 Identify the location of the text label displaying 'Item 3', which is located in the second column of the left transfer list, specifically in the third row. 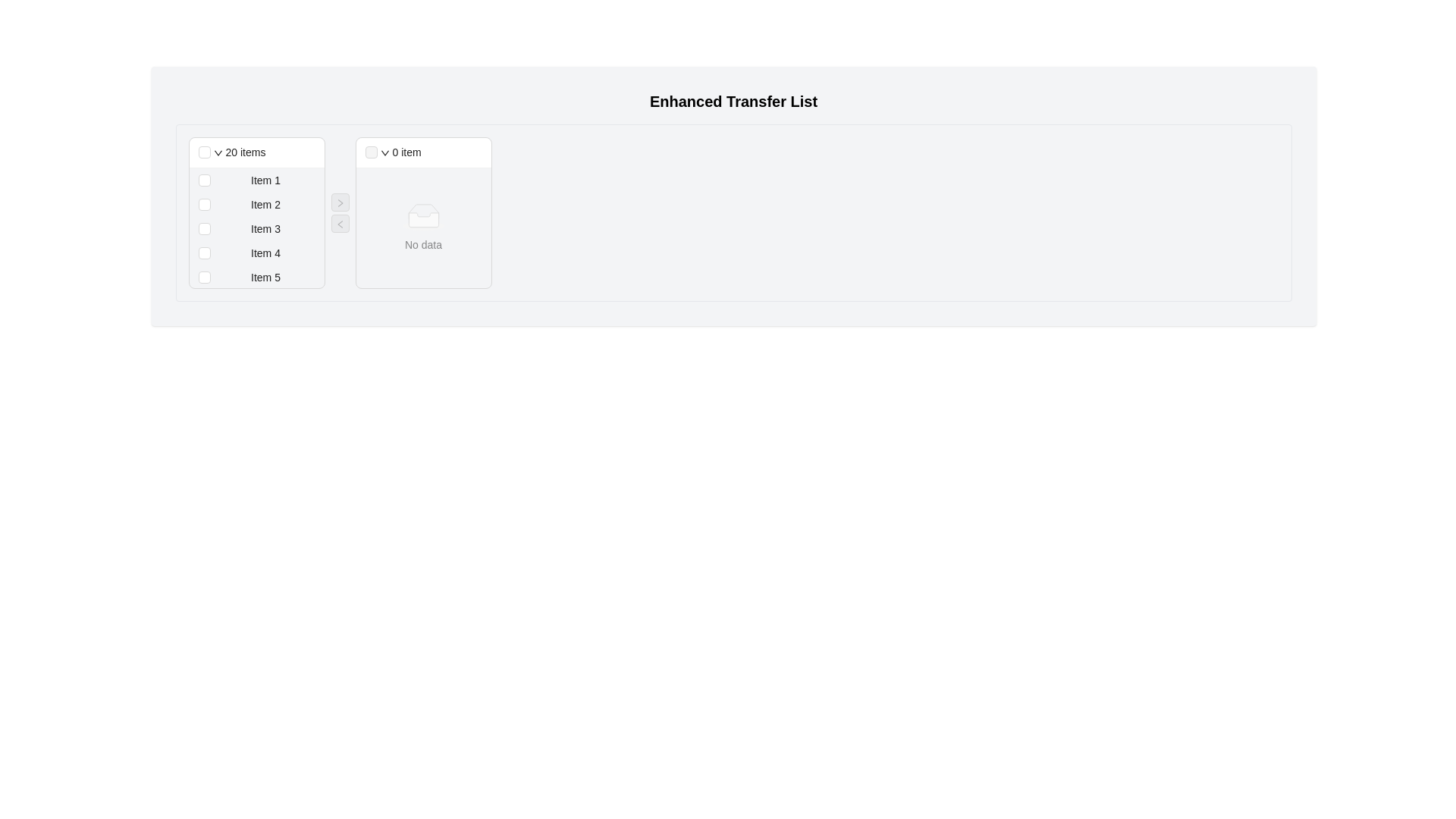
(265, 228).